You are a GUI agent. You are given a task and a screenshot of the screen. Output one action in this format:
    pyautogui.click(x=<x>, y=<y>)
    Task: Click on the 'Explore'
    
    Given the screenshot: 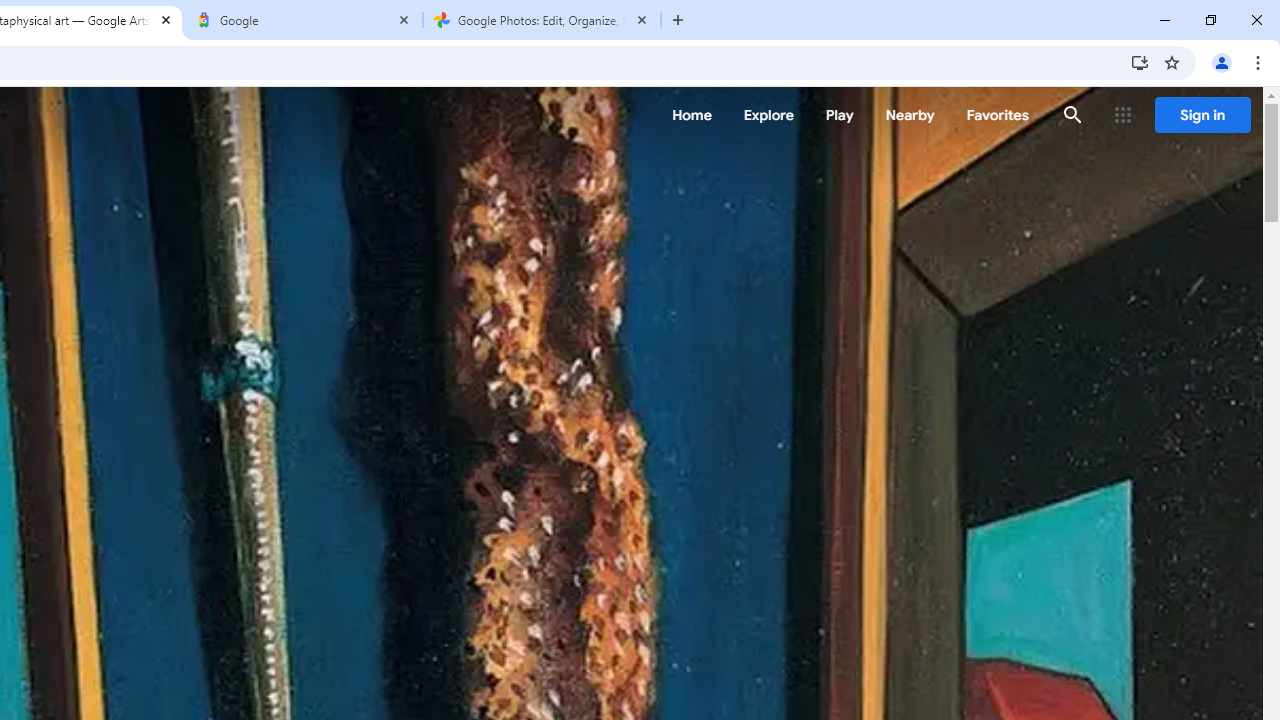 What is the action you would take?
    pyautogui.click(x=767, y=115)
    